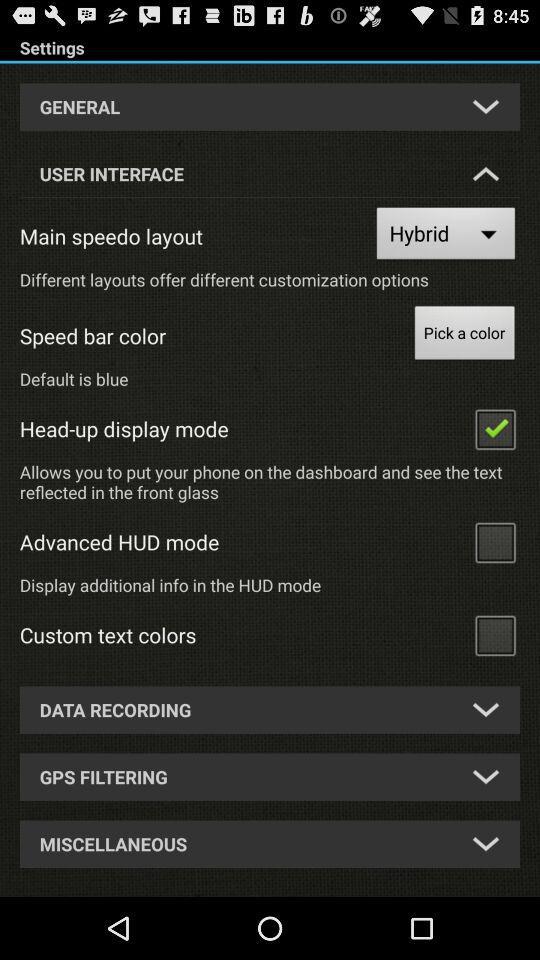 The height and width of the screenshot is (960, 540). Describe the element at coordinates (494, 541) in the screenshot. I see `check box toggle advanced hug mode` at that location.